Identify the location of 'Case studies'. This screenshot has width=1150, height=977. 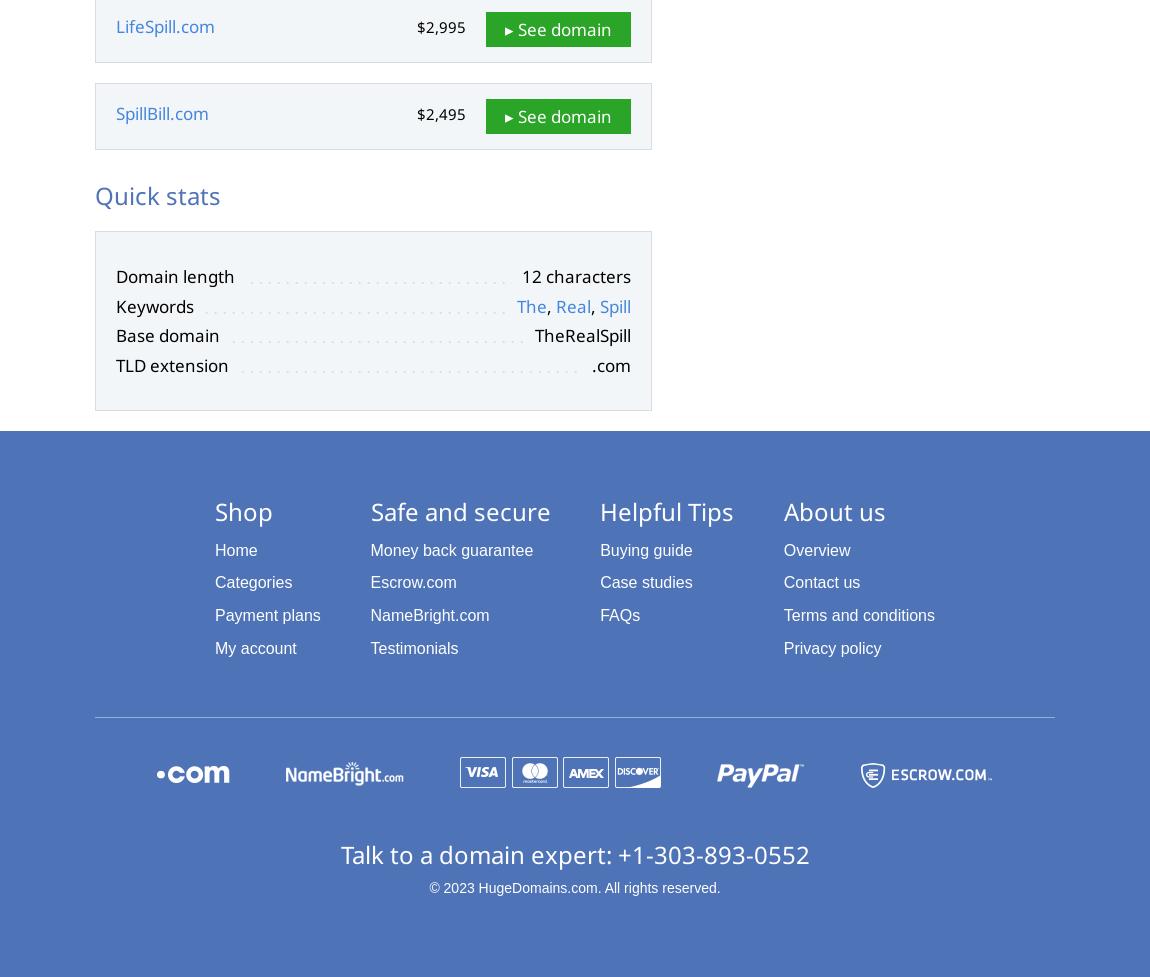
(644, 581).